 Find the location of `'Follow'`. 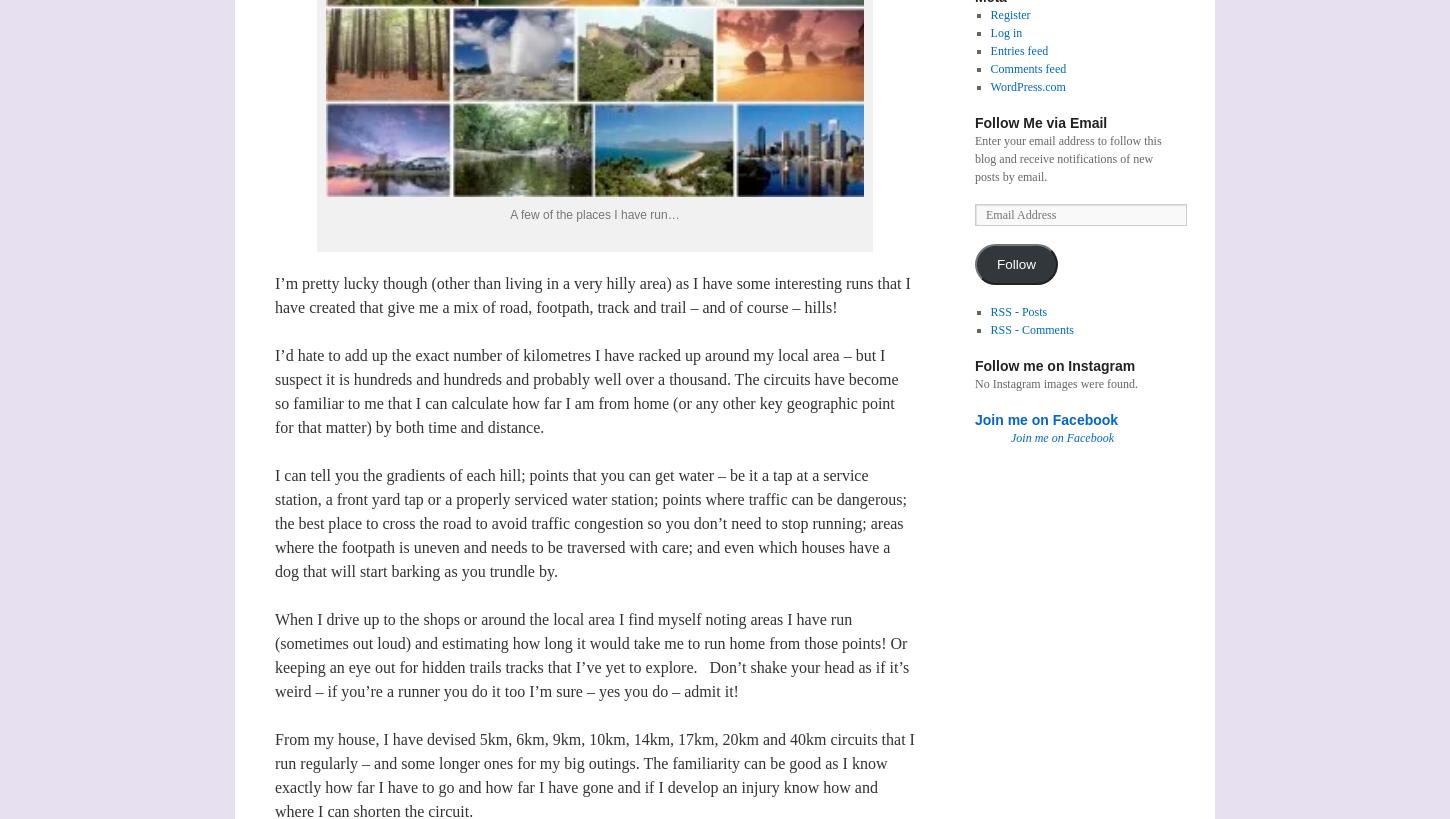

'Follow' is located at coordinates (1016, 263).